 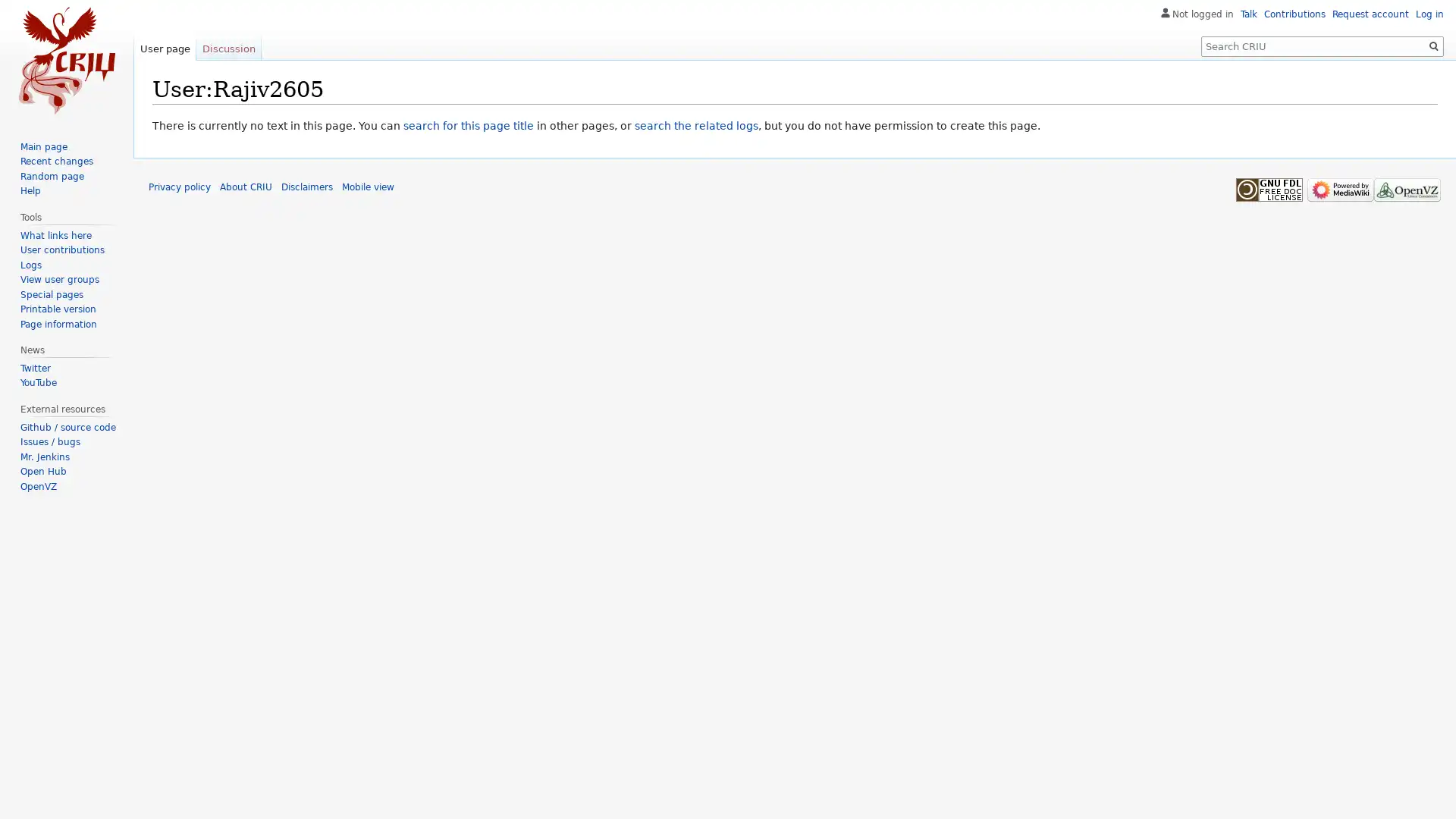 I want to click on Go, so click(x=1433, y=45).